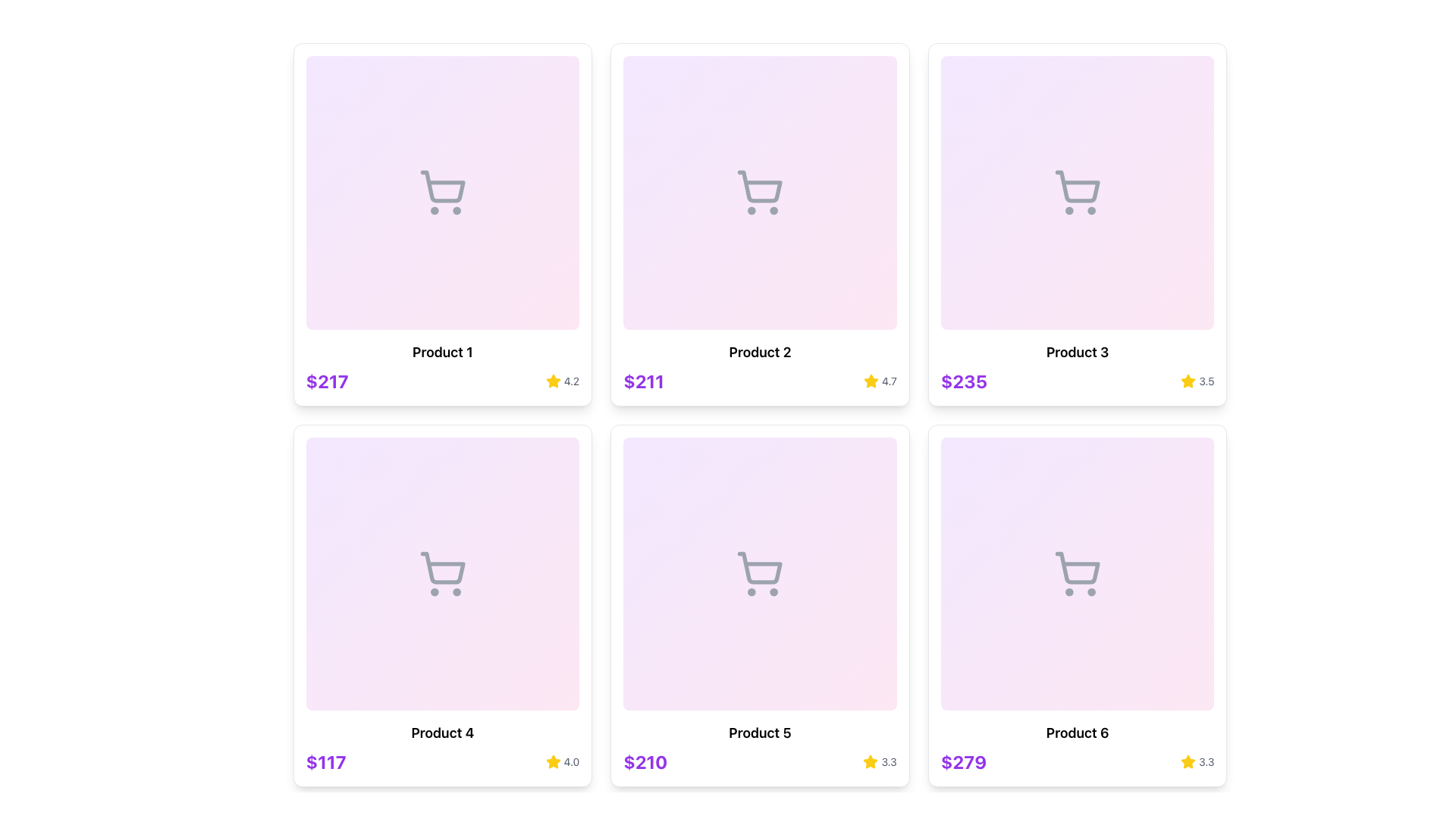  Describe the element at coordinates (871, 380) in the screenshot. I see `the active star icon representing a rating for 'Product 2', located in the bottom-right corner of the product description card` at that location.